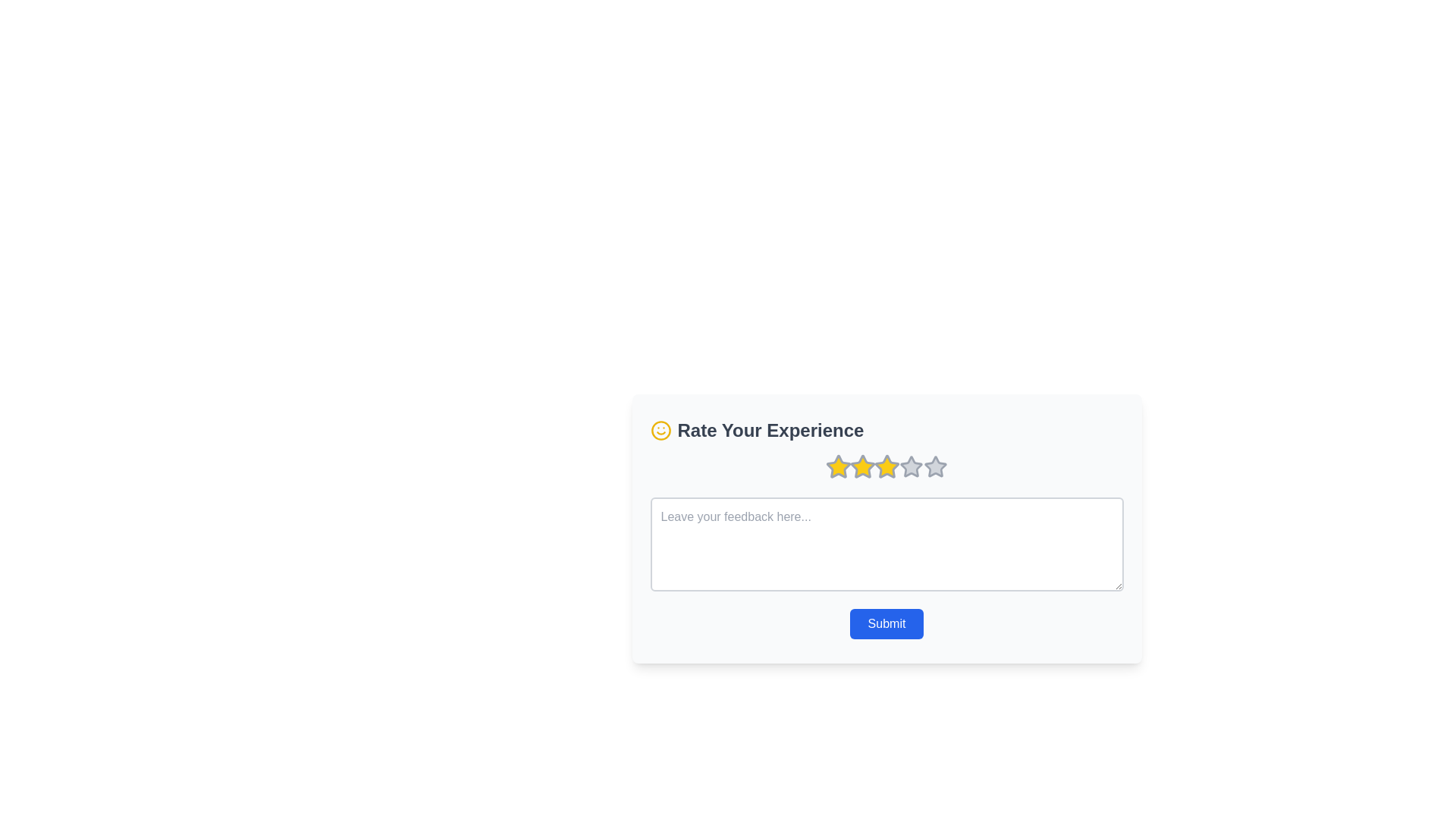  I want to click on the fifth star icon used for rating functionality, so click(934, 465).